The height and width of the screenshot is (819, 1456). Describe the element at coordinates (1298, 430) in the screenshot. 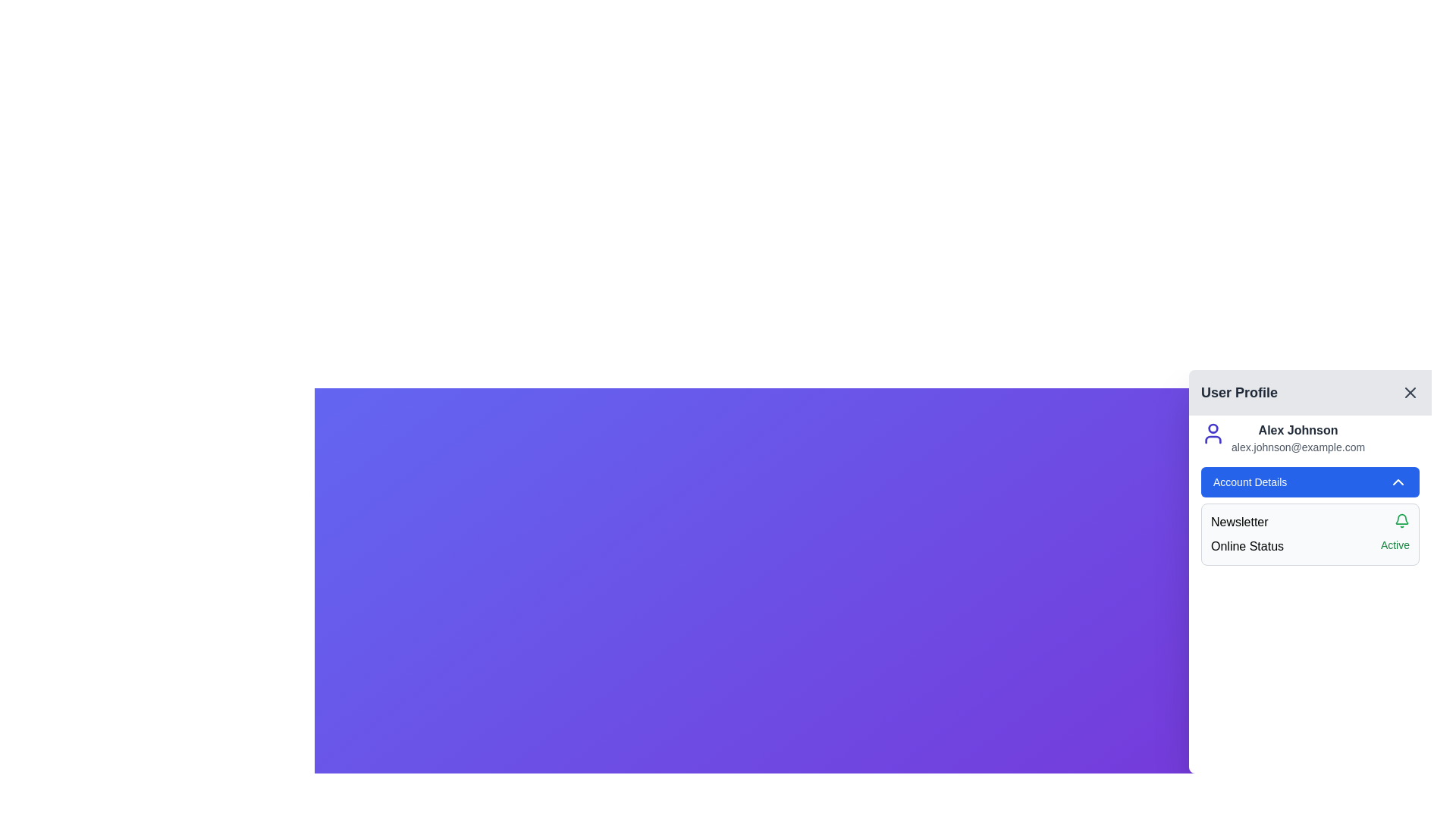

I see `the bold text label displaying the name 'Alex Johnson', which is centrally positioned above the email address in the 'User Profile' section` at that location.